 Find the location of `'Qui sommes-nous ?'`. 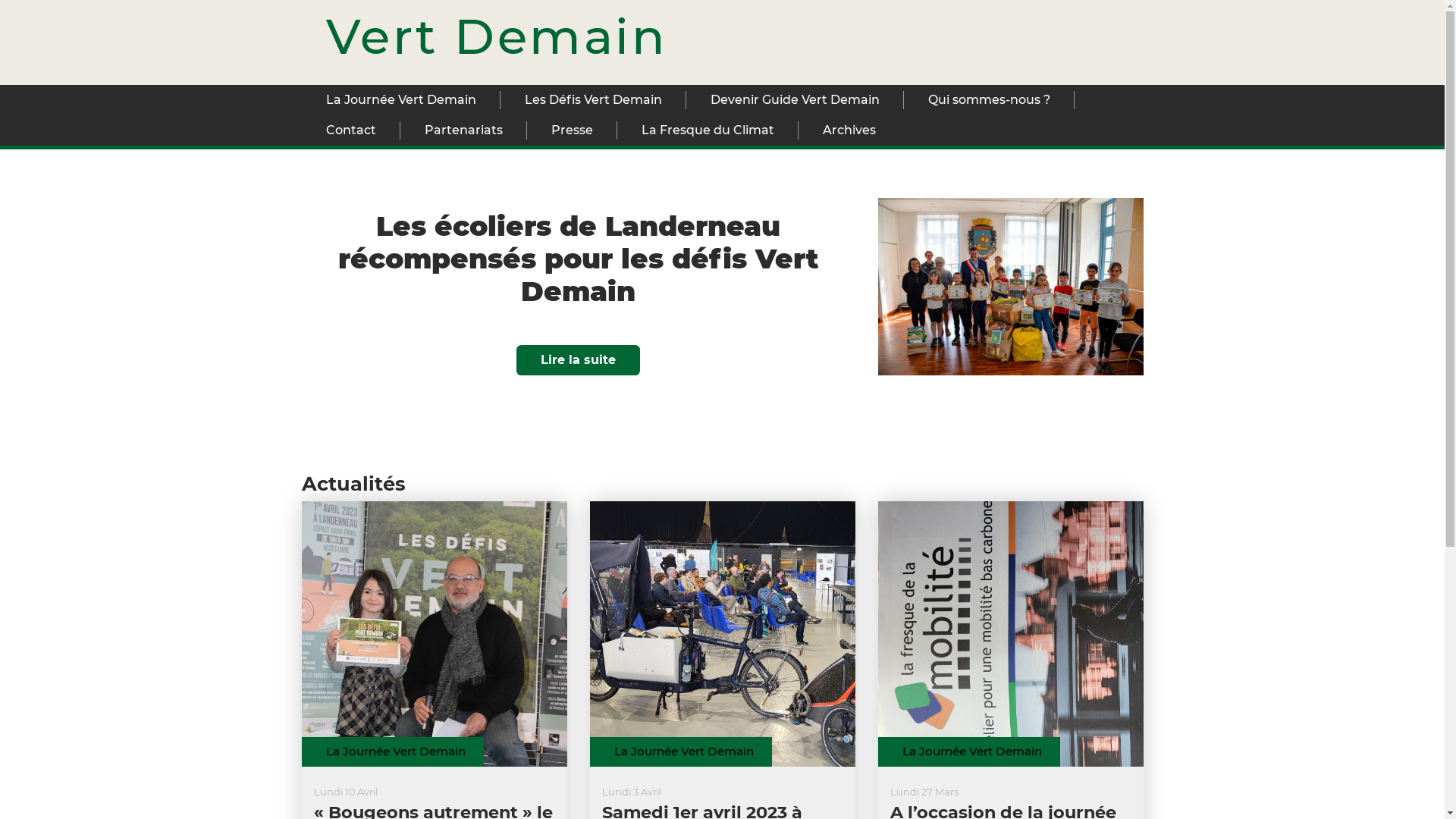

'Qui sommes-nous ?' is located at coordinates (989, 99).